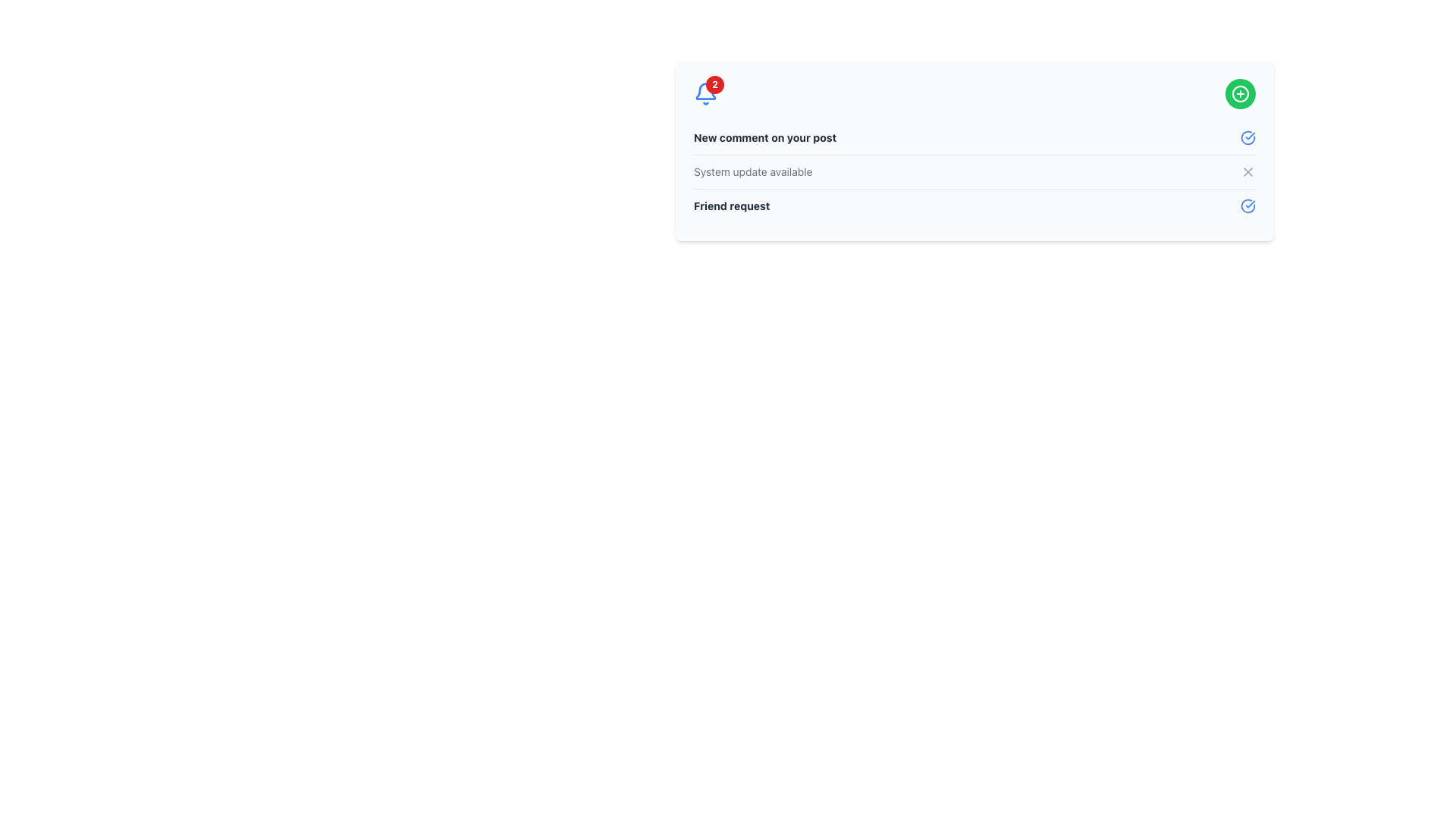  I want to click on the static text element that reads 'System update available' in gray, located in the second row of the notification panel, so click(753, 171).